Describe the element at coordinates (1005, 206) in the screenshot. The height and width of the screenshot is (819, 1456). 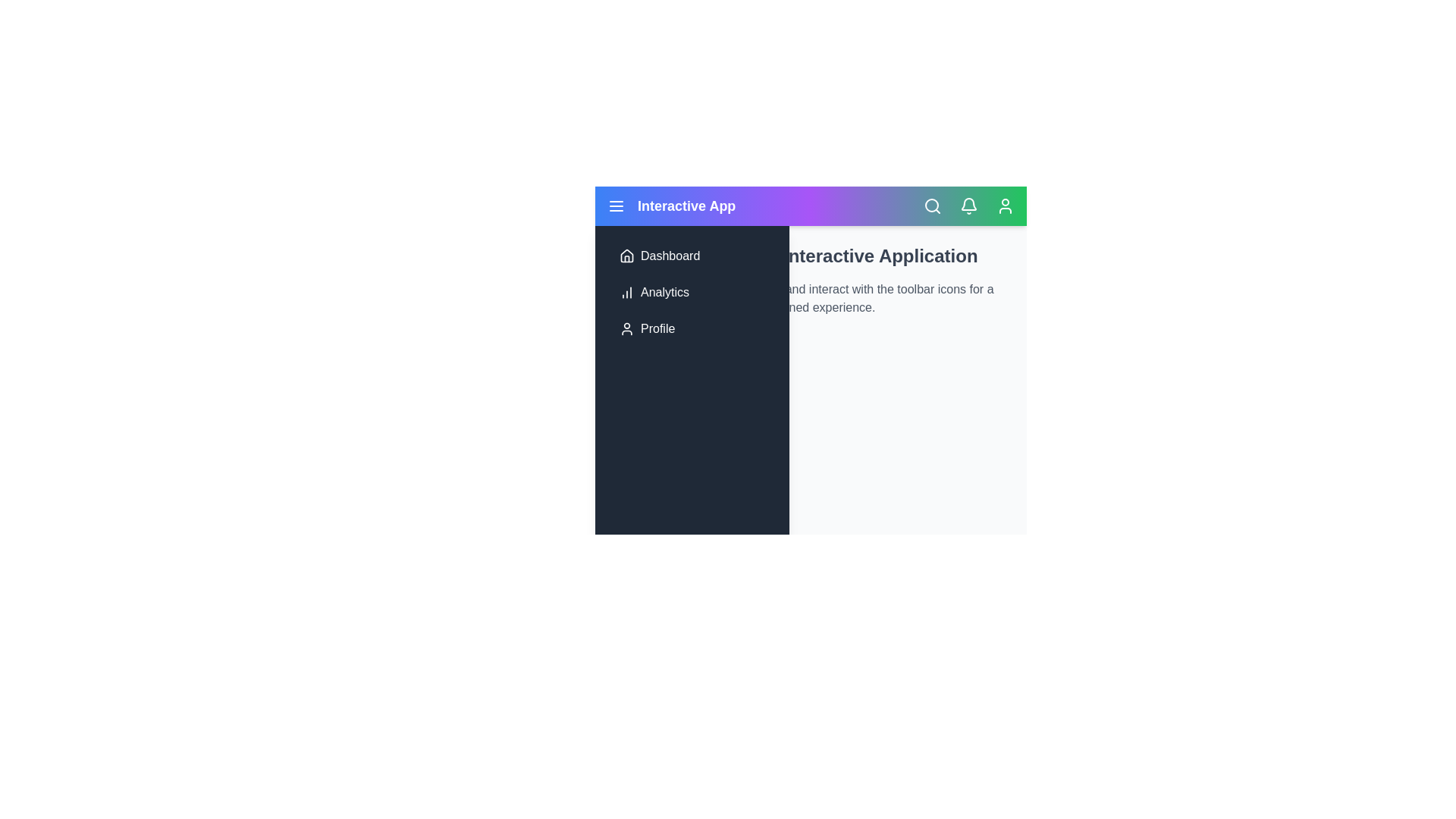
I see `the toolbar icon User` at that location.